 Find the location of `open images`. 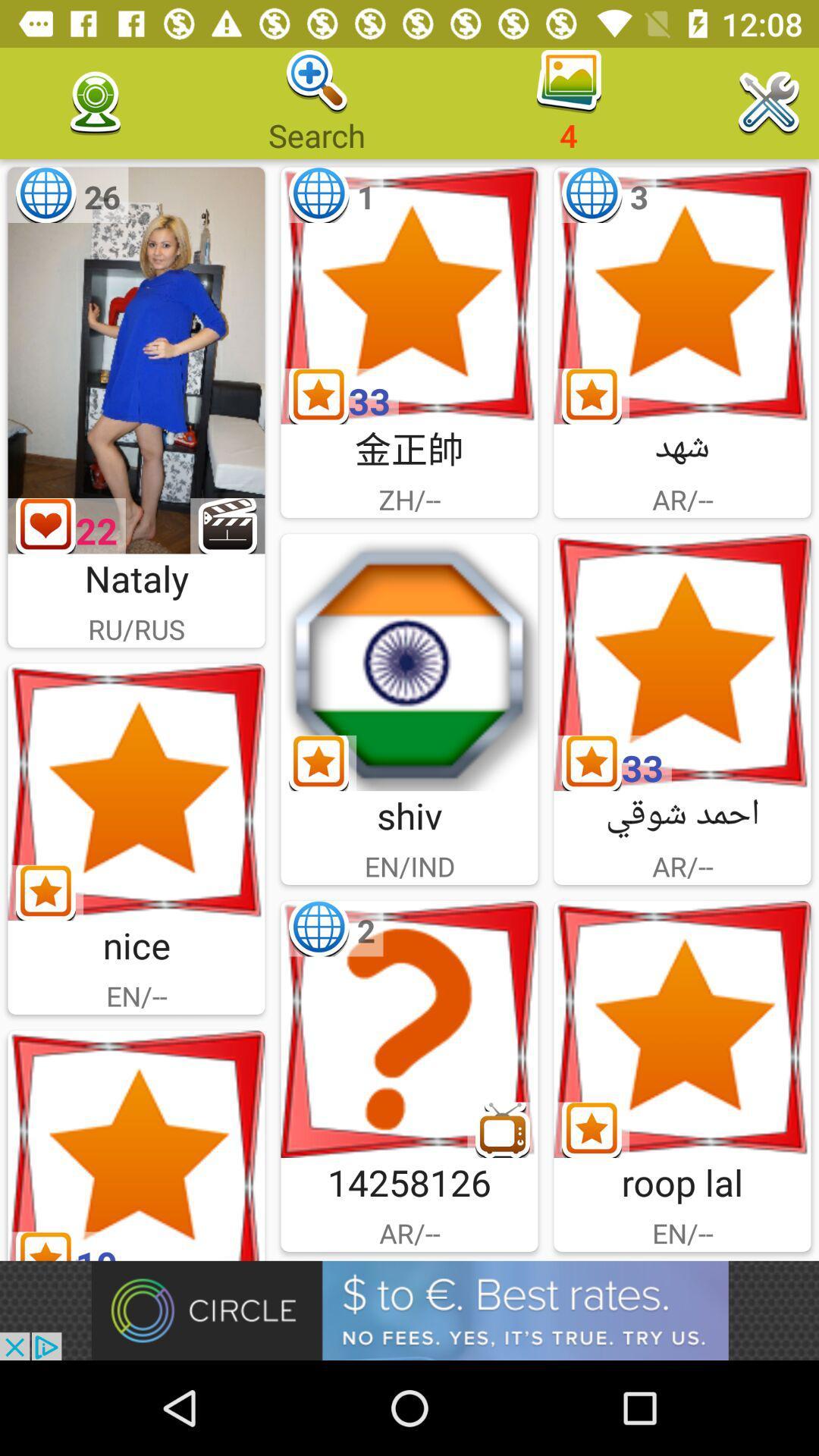

open images is located at coordinates (136, 1145).